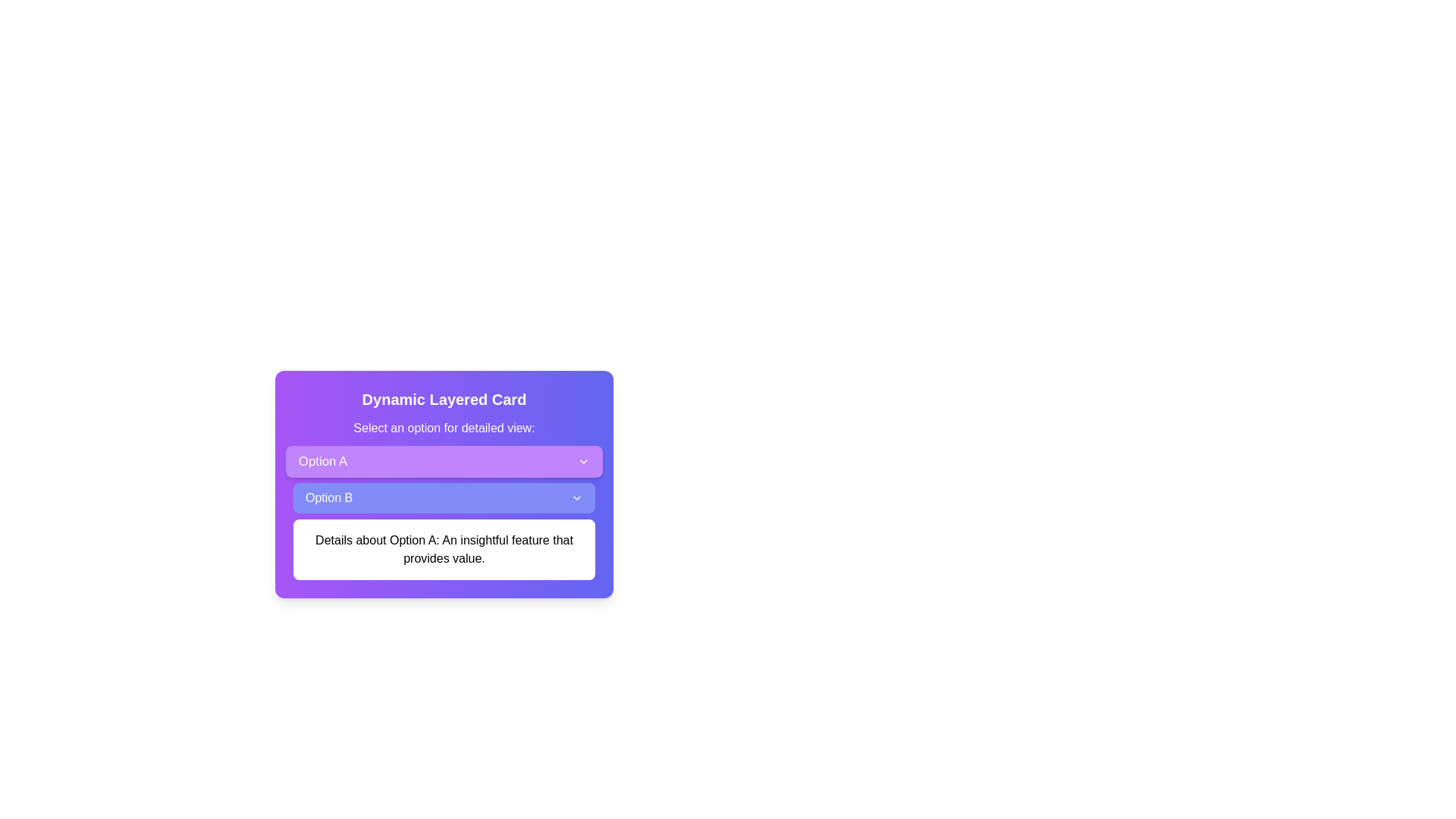 The height and width of the screenshot is (819, 1456). I want to click on the button labeled 'Option B' with a dropdown indicator, so click(443, 497).